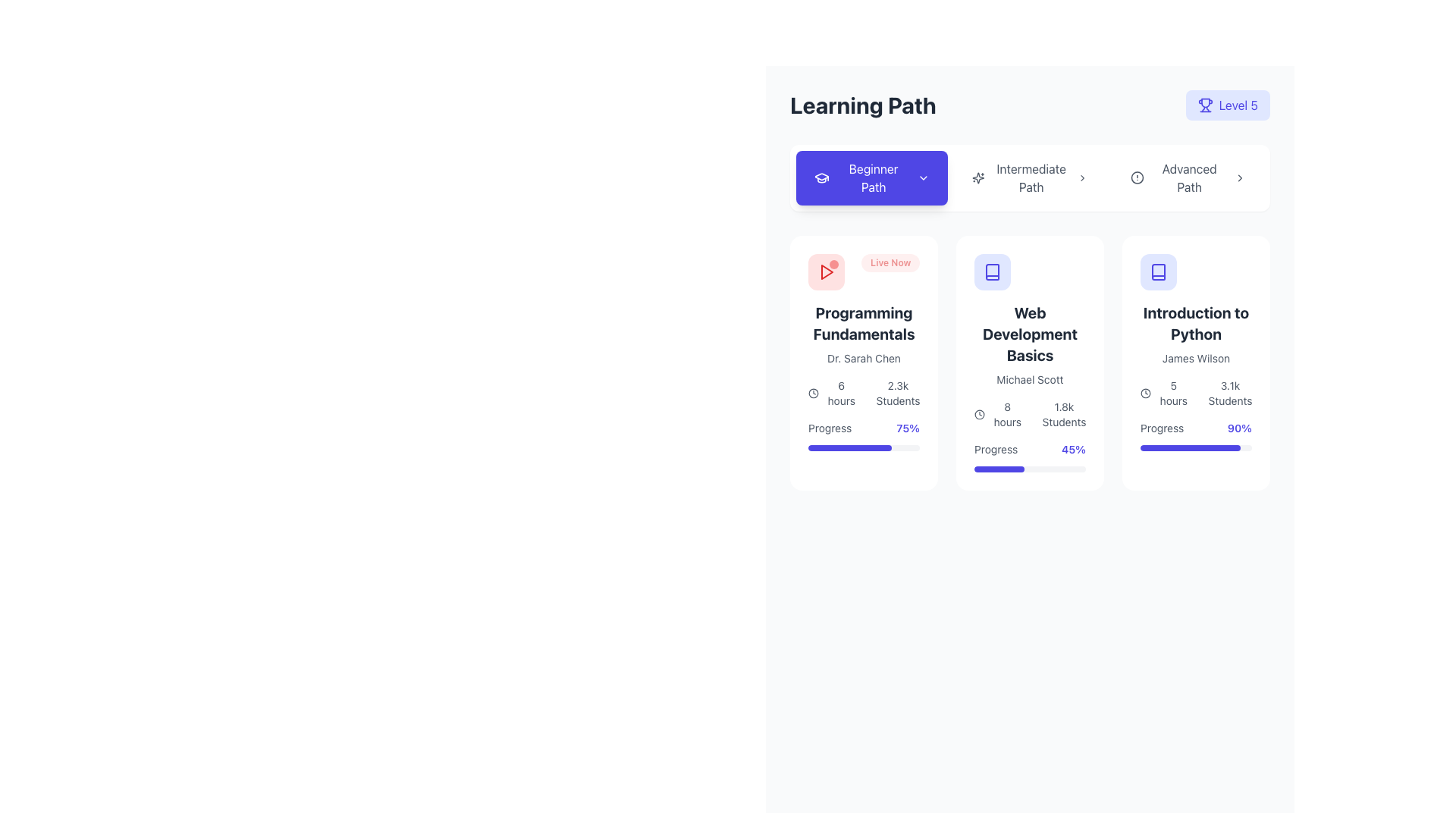  Describe the element at coordinates (993, 271) in the screenshot. I see `the minimalistic blue book icon located in the header area of the 'Web Development Basics' card, which is centered horizontally above the title` at that location.